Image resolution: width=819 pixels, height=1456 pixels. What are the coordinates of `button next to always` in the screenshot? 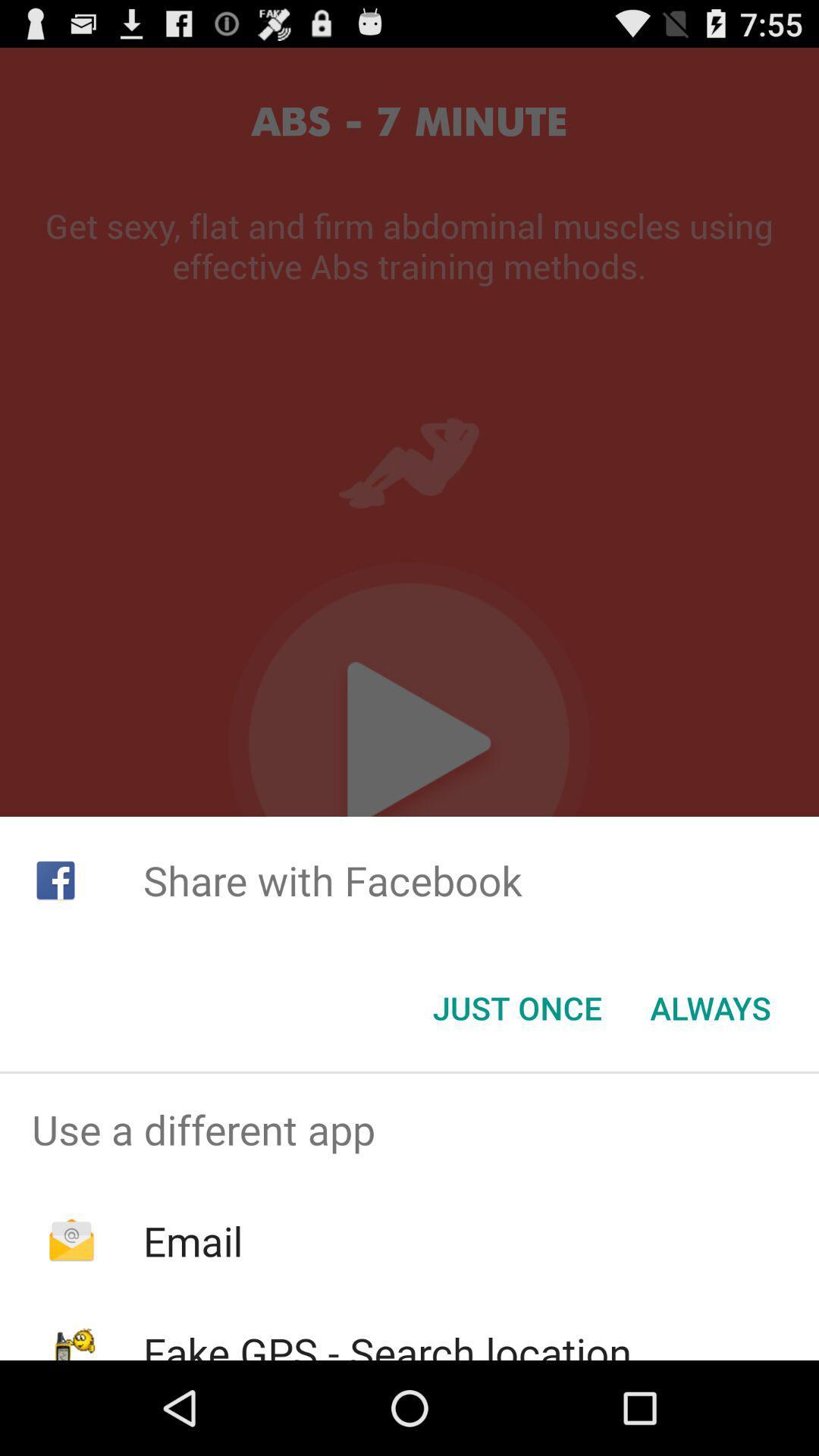 It's located at (516, 1008).